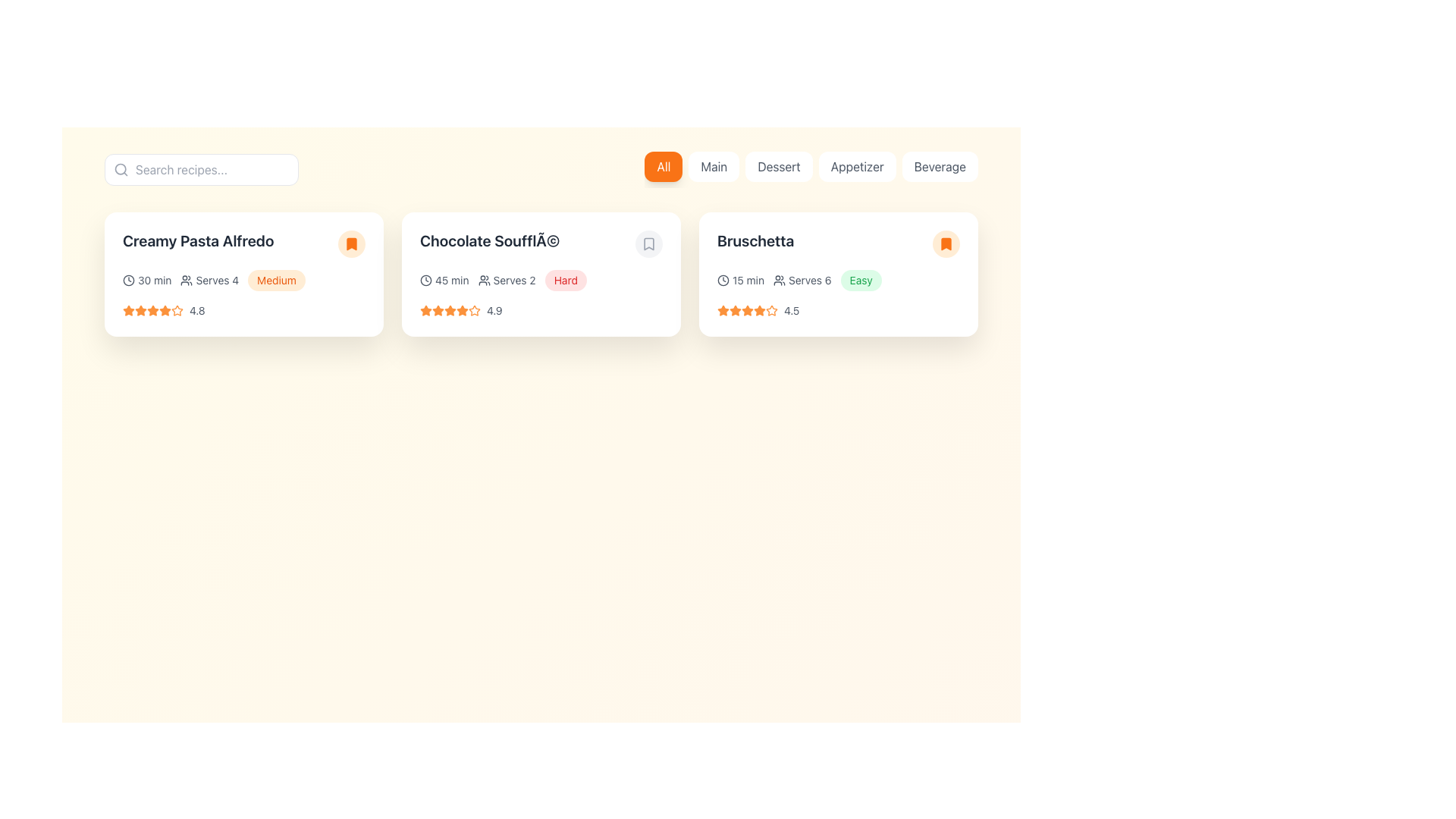 The height and width of the screenshot is (819, 1456). Describe the element at coordinates (209, 281) in the screenshot. I see `number of servings displayed in the text element located below the 'Creamy Pasta Alfredo' heading, centered between the '30 min' field and 'medium' label` at that location.